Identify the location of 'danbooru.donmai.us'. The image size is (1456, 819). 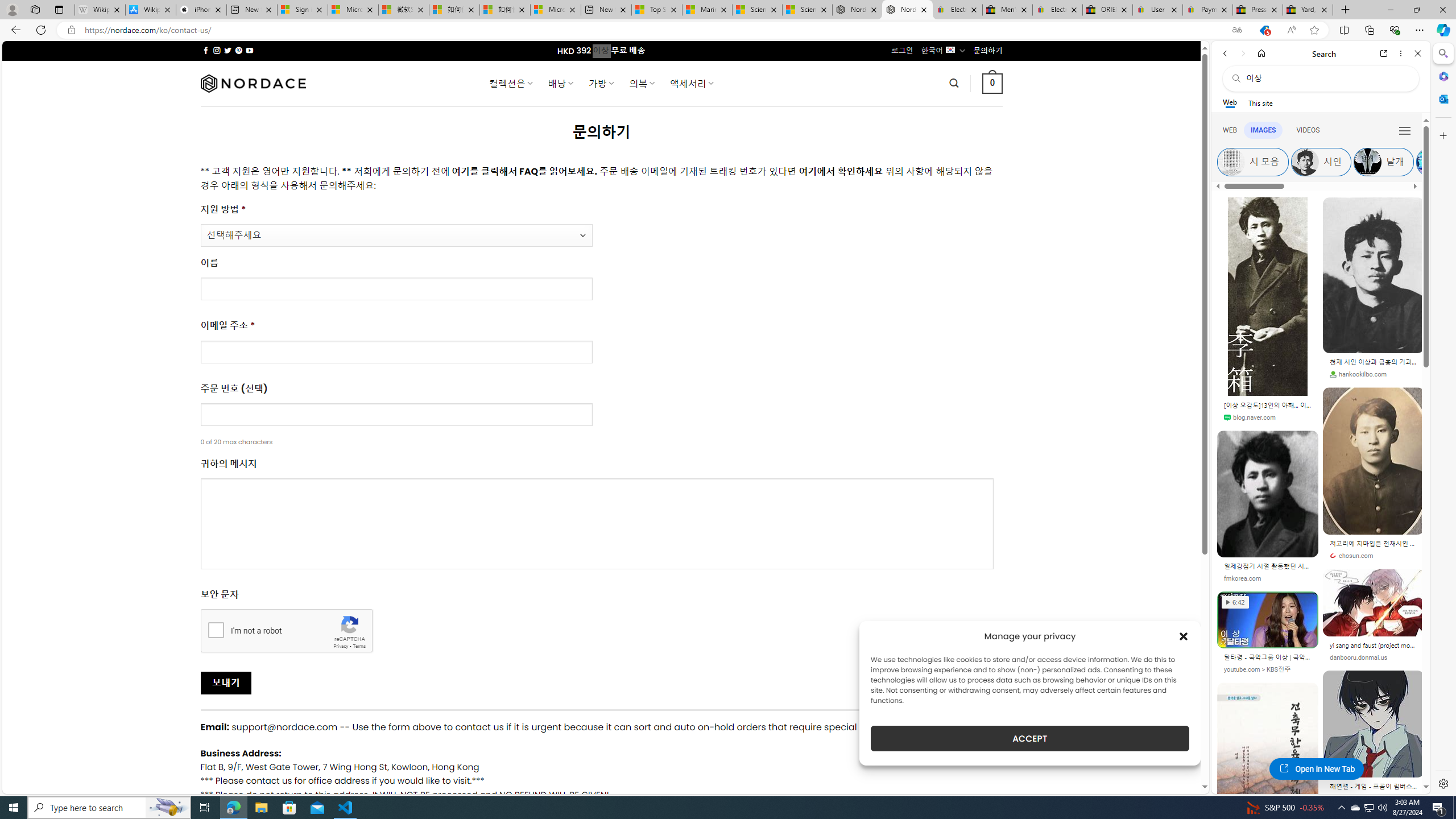
(1358, 657).